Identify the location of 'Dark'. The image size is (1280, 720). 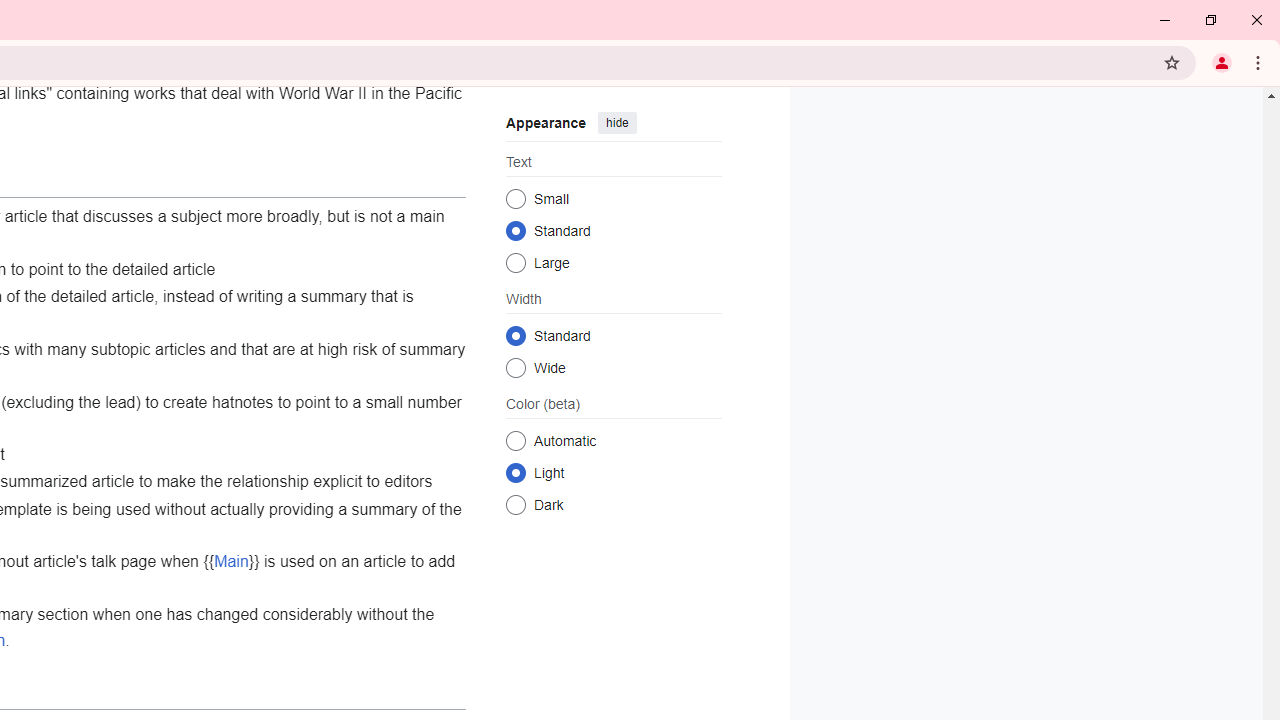
(515, 503).